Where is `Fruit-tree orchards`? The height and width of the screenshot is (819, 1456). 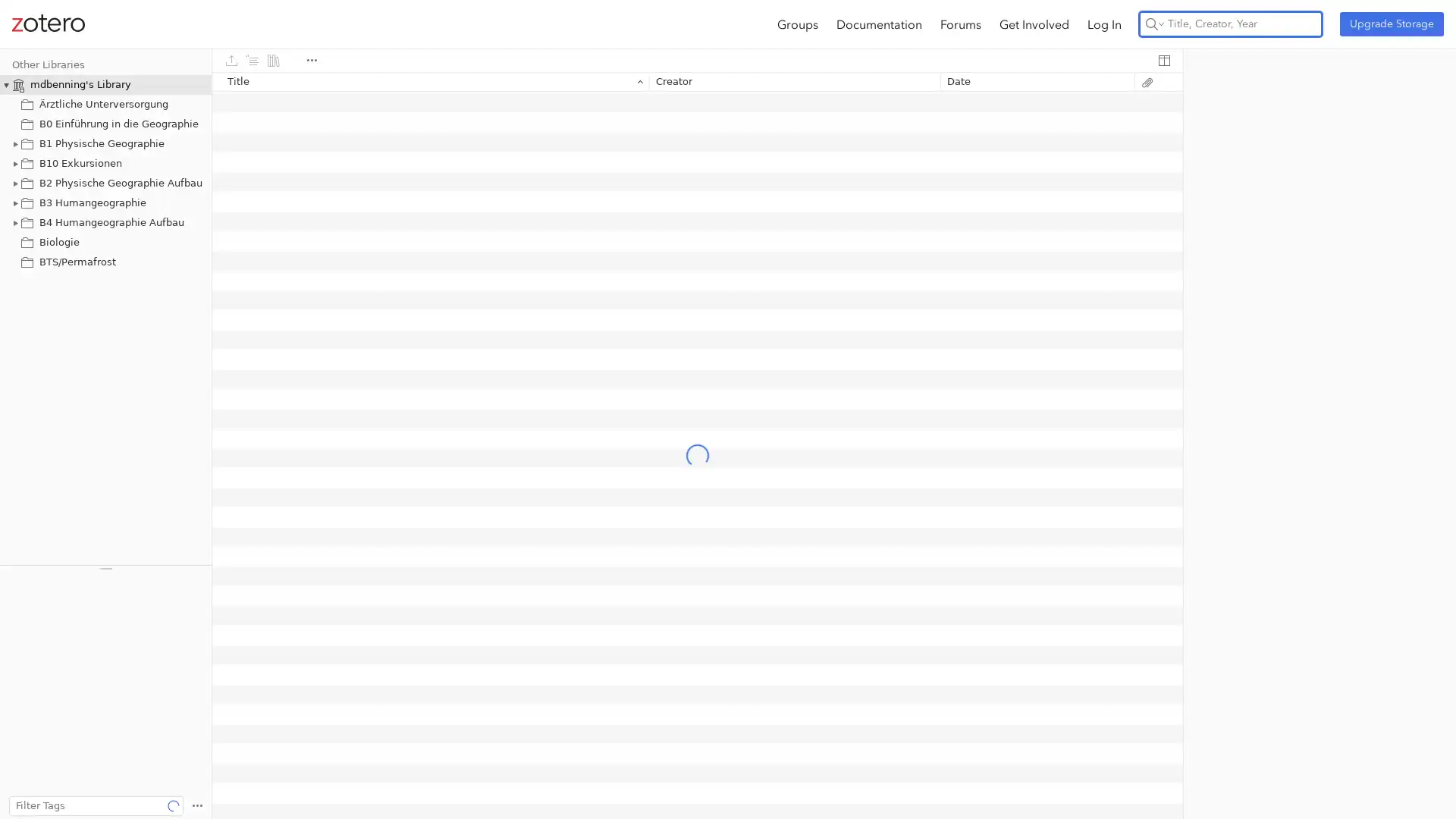 Fruit-tree orchards is located at coordinates (55, 742).